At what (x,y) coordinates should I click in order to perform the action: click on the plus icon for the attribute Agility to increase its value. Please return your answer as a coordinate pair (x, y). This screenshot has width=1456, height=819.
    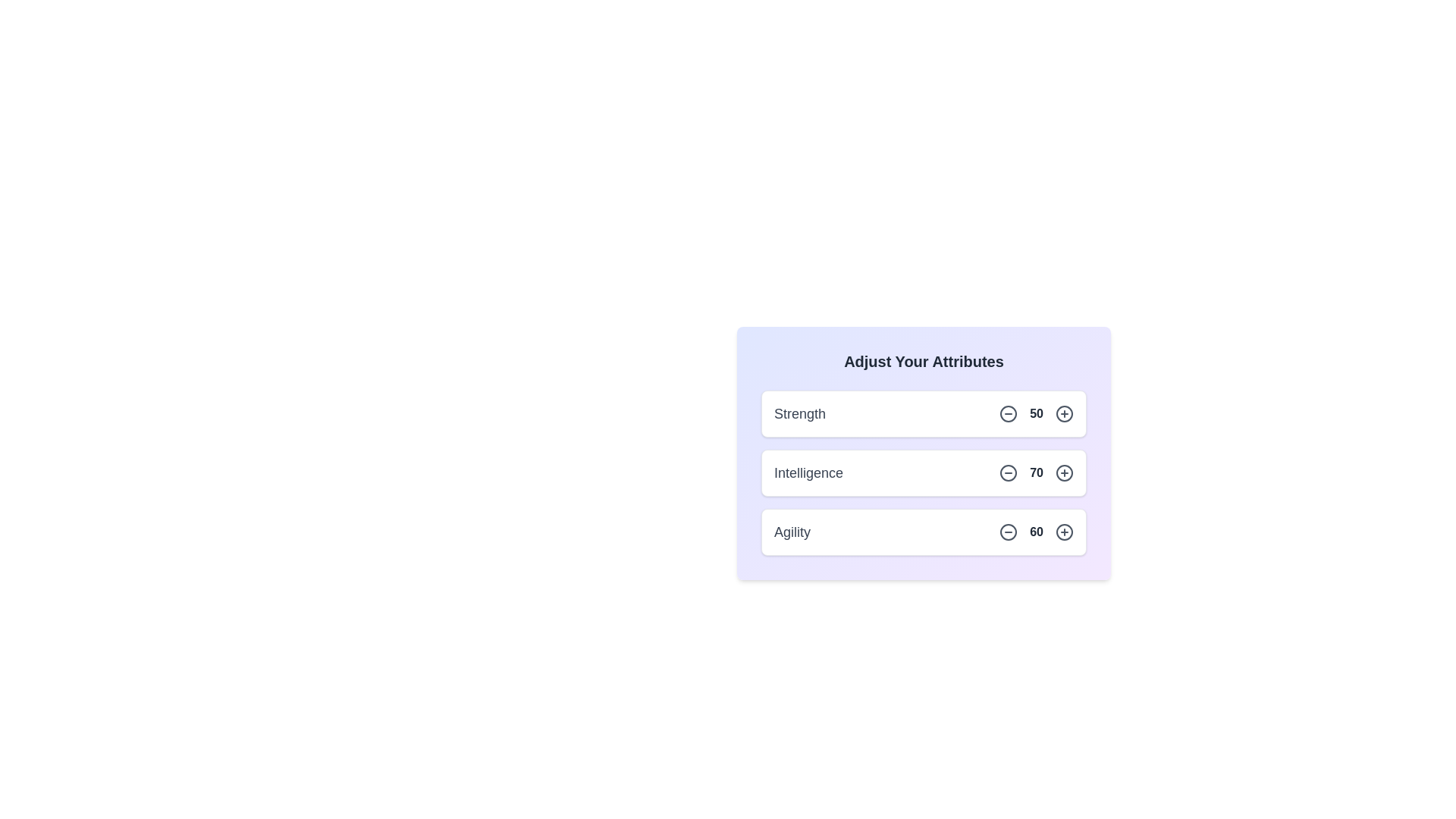
    Looking at the image, I should click on (1063, 532).